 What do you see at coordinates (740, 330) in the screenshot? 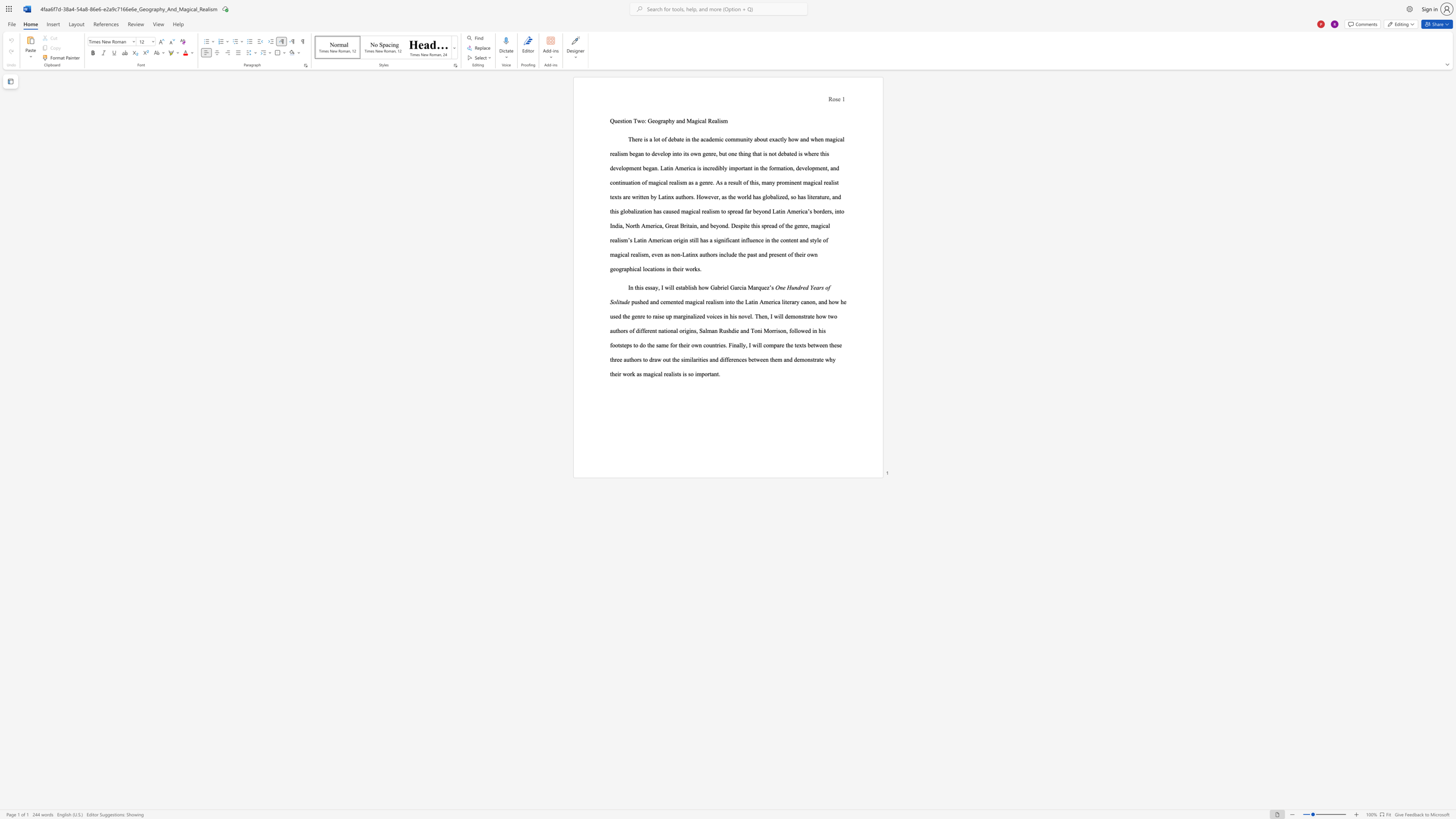
I see `the subset text "and Toni M" within the text "how two authors of different national origins, Salman Rushdie and Toni Morrison,"` at bounding box center [740, 330].